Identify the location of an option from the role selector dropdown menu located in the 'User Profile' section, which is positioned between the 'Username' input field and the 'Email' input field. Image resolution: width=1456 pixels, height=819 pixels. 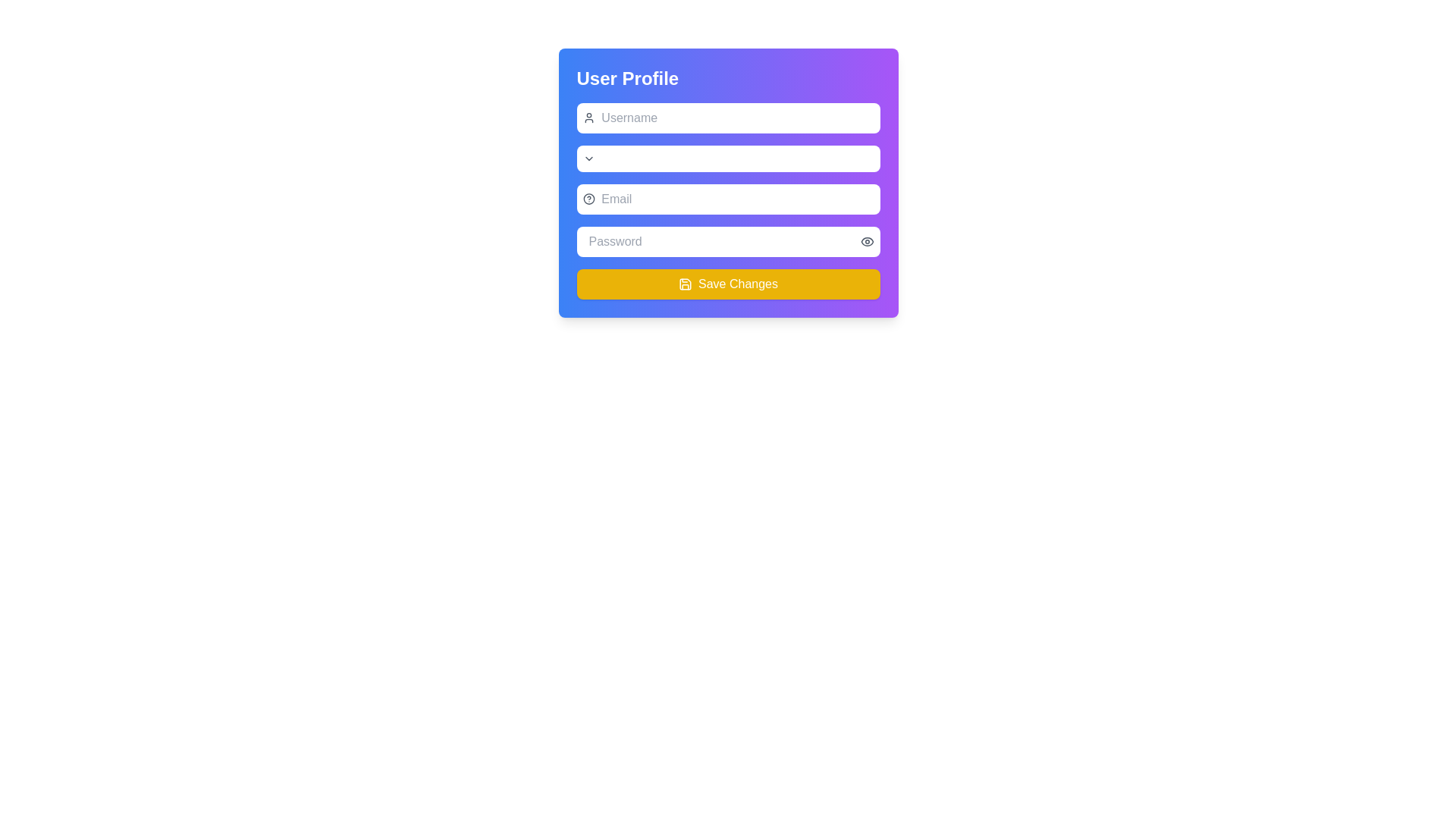
(737, 158).